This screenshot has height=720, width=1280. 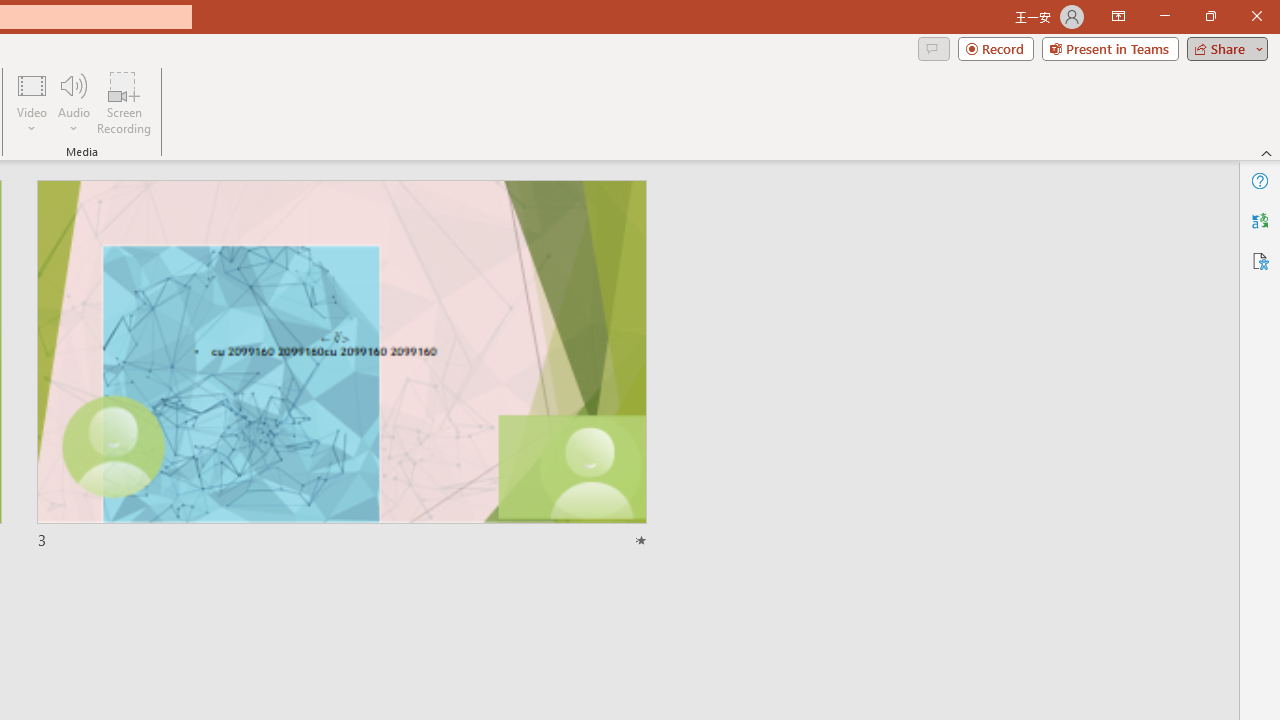 I want to click on 'Restore Down', so click(x=1209, y=16).